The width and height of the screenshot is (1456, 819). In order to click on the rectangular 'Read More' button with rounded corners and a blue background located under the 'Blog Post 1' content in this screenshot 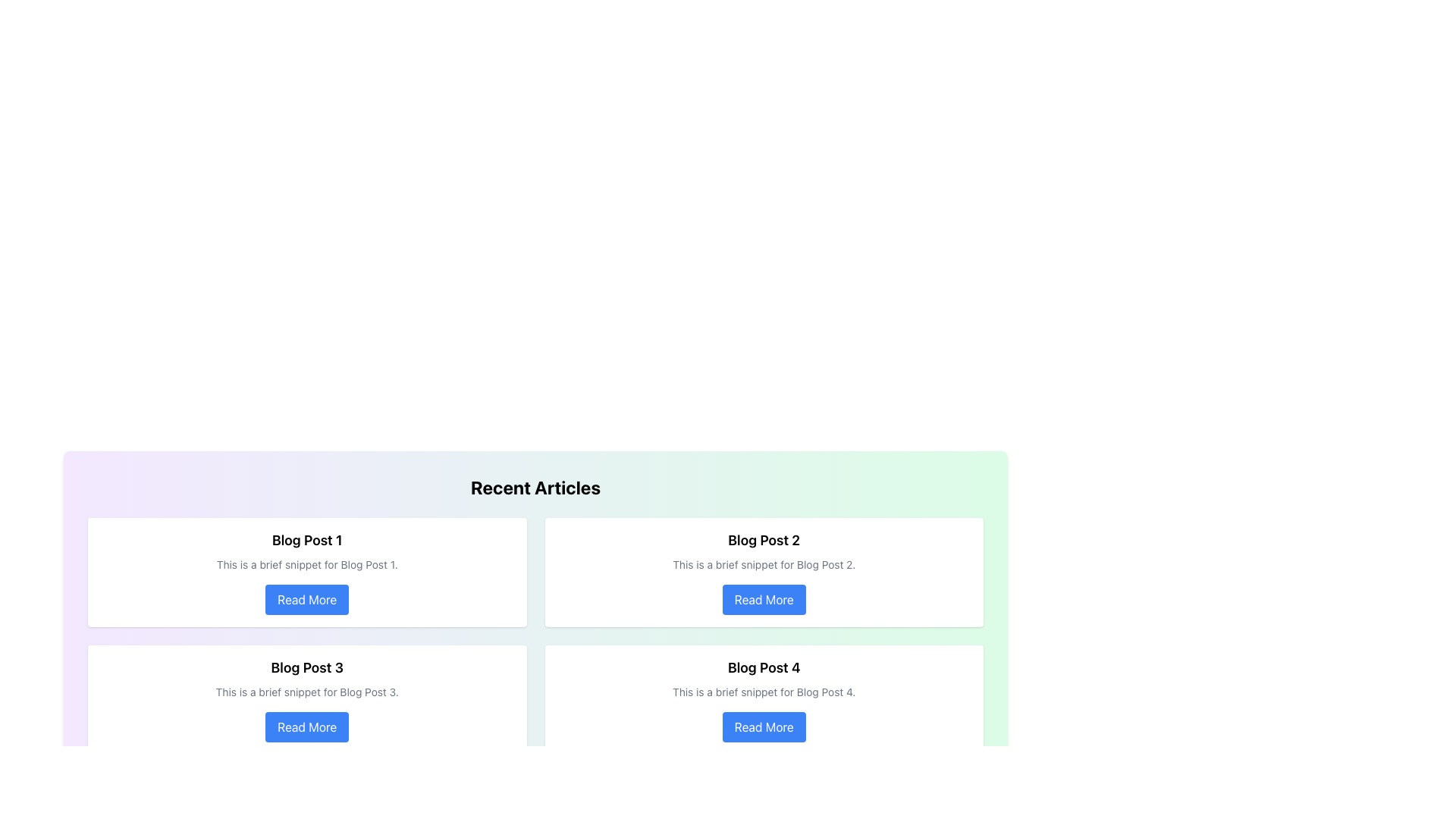, I will do `click(306, 598)`.